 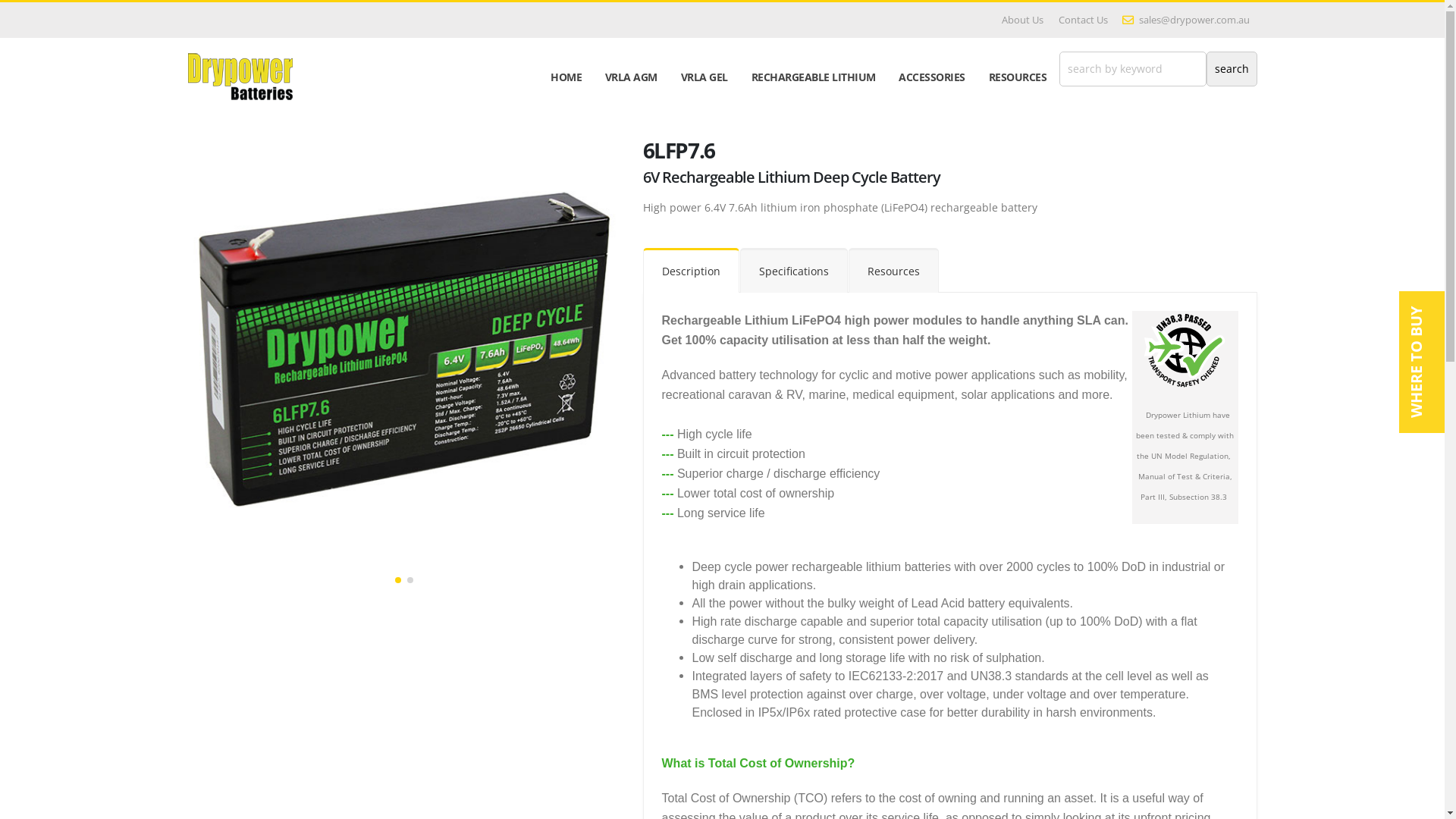 I want to click on 'ACCESSORIES', so click(x=930, y=77).